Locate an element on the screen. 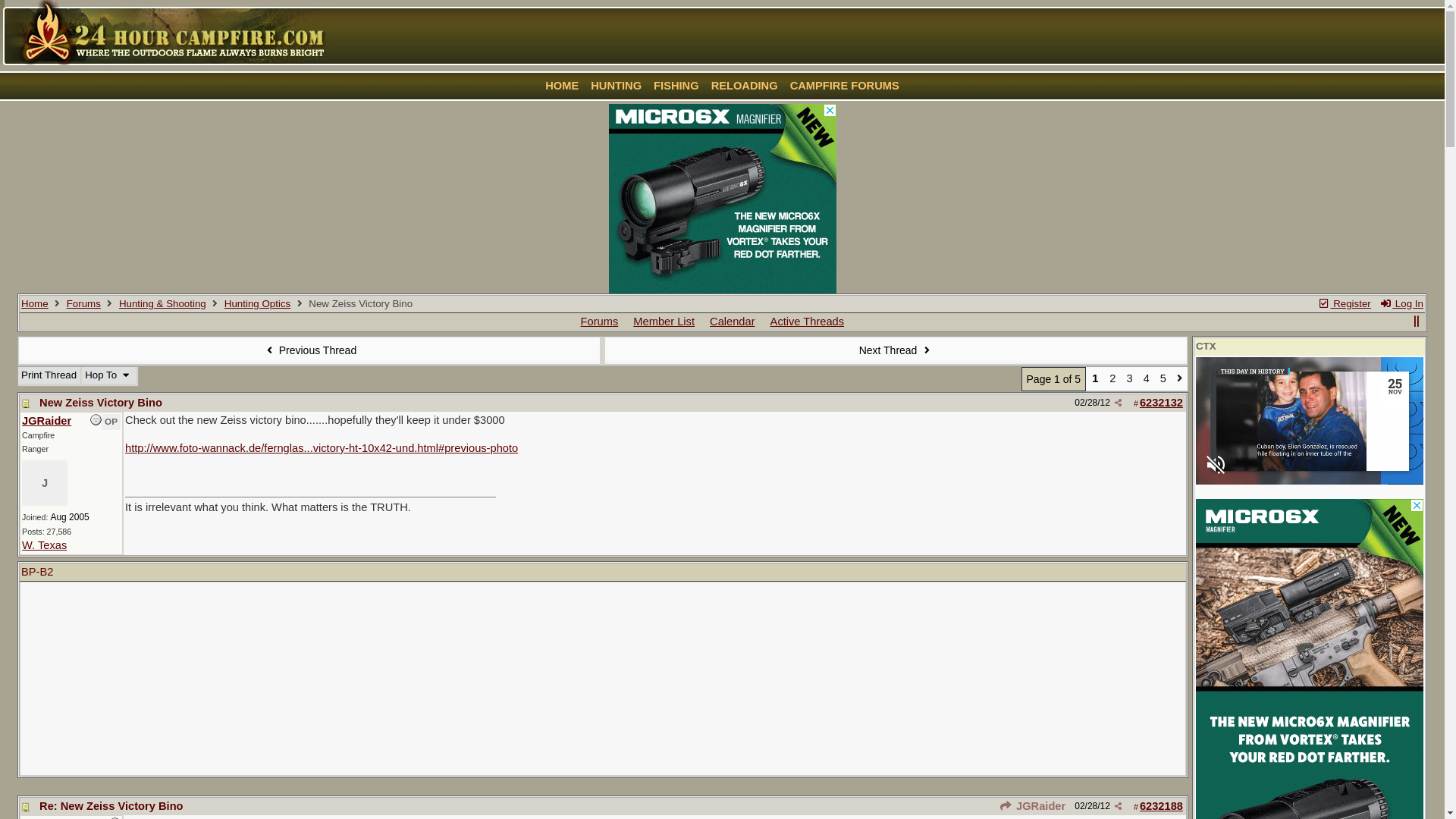 This screenshot has height=819, width=1456. 'Forums' is located at coordinates (599, 321).